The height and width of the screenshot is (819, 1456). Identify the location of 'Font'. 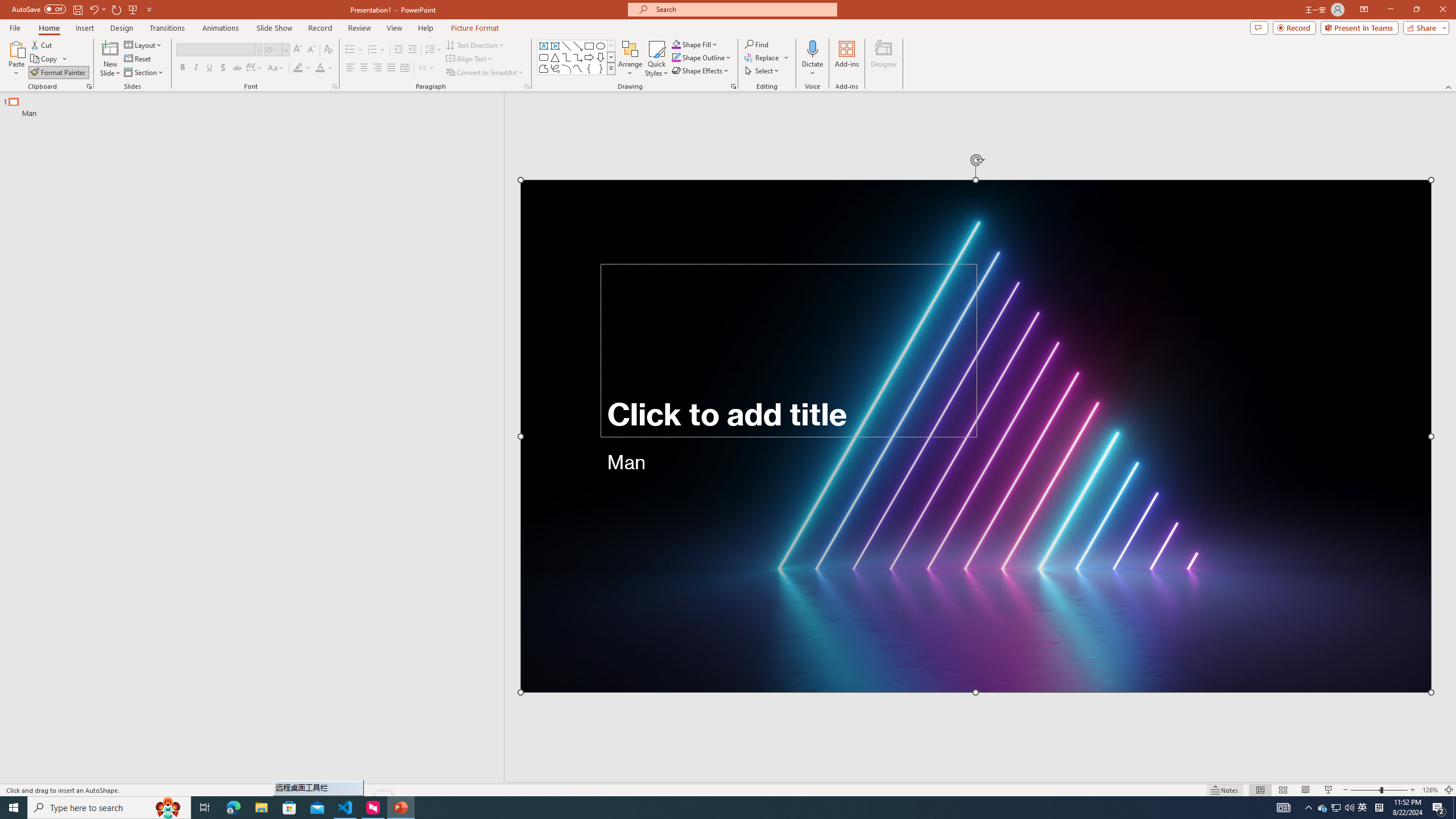
(215, 49).